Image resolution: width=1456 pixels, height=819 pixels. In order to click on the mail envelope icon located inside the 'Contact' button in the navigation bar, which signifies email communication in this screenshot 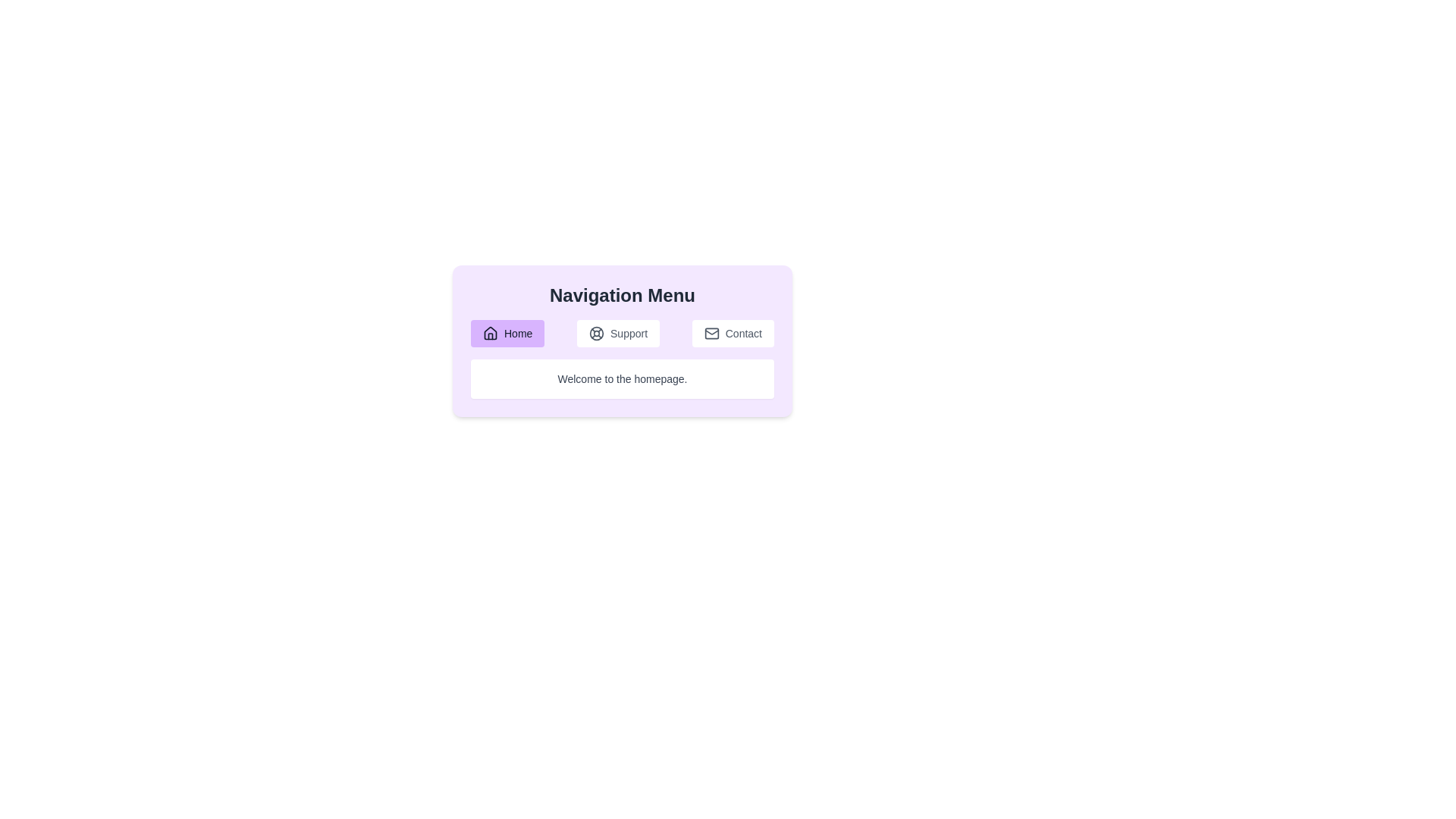, I will do `click(711, 332)`.